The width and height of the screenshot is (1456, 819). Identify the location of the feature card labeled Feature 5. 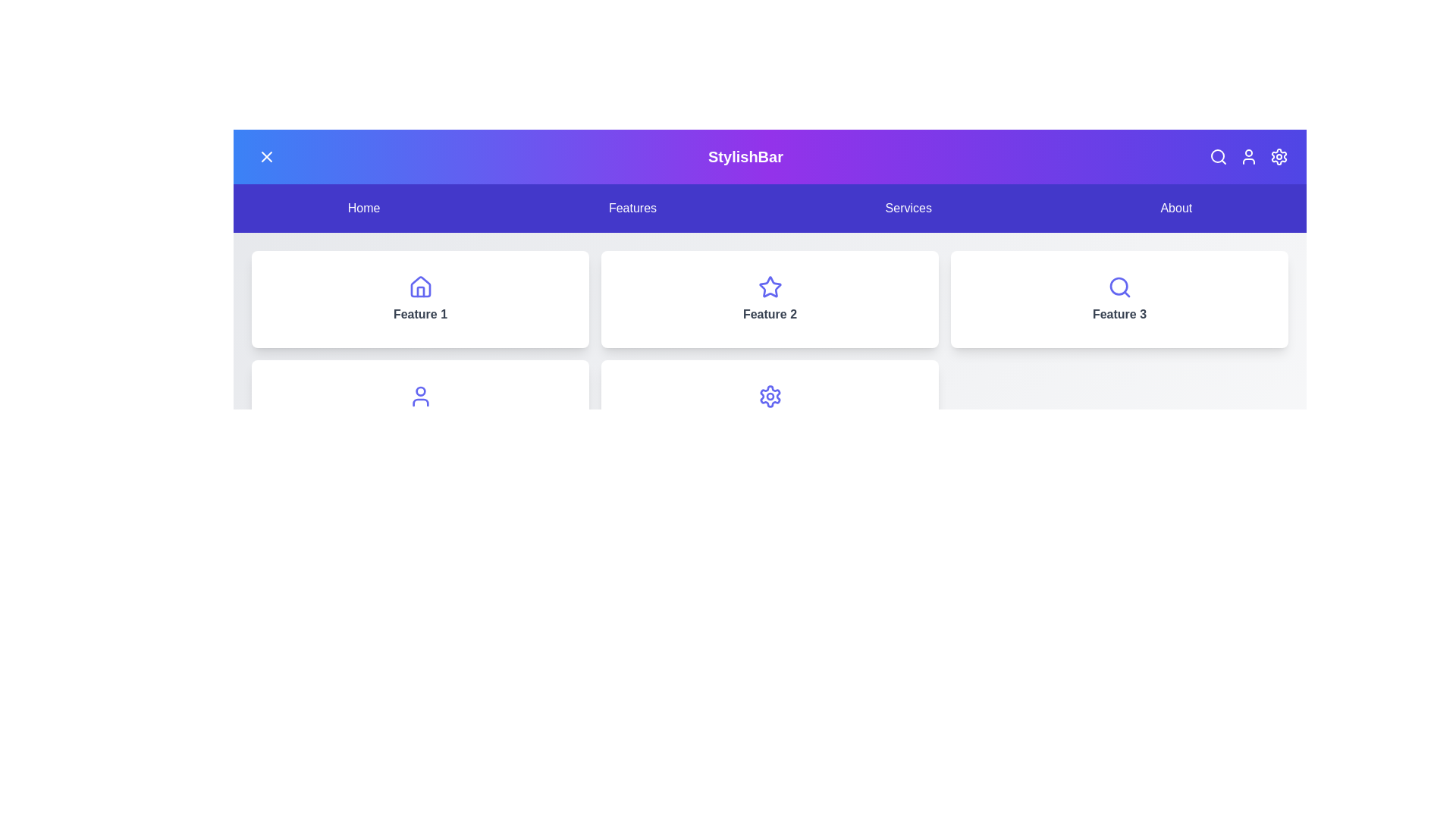
(770, 408).